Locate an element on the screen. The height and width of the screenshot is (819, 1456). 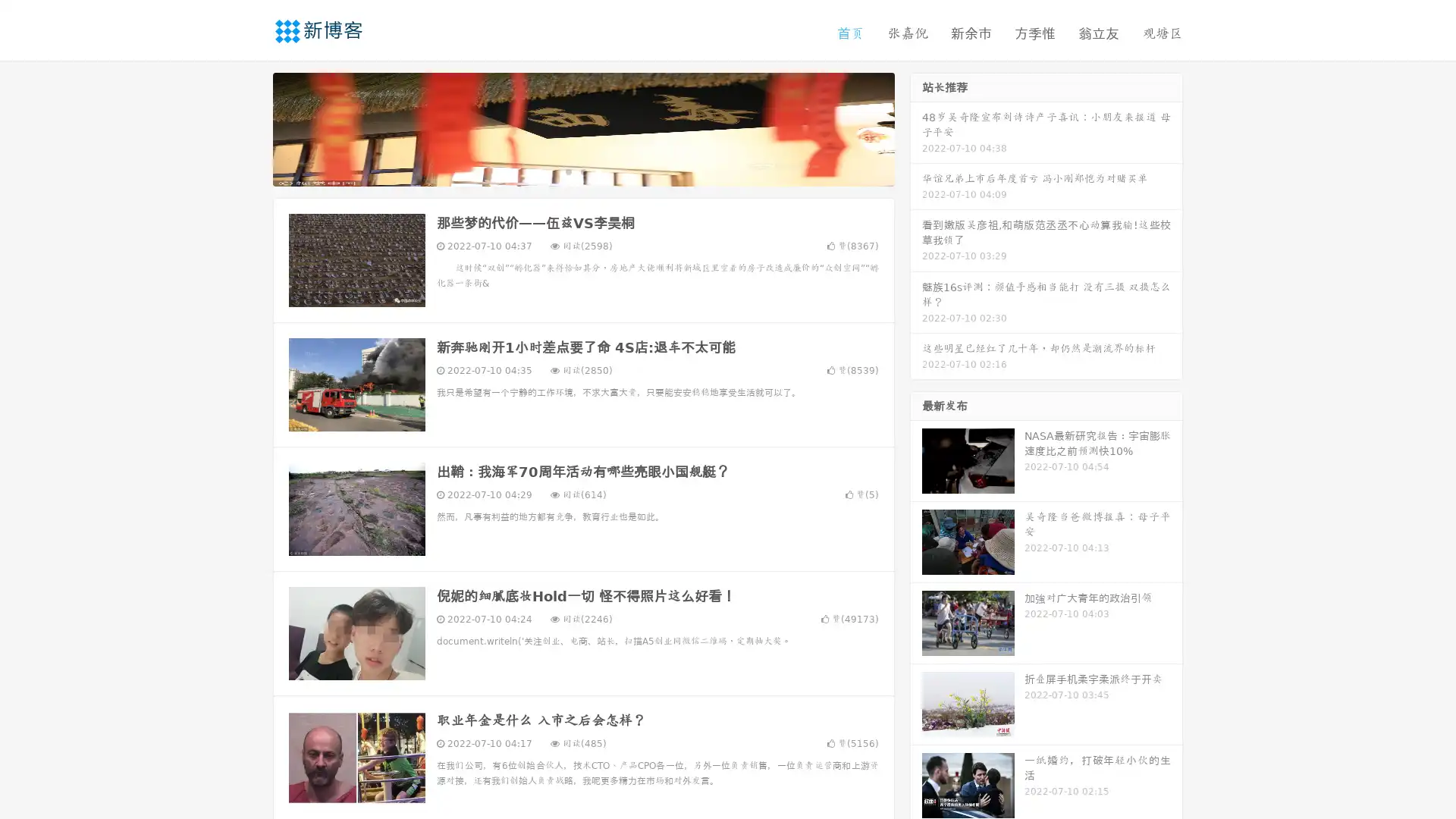
Previous slide is located at coordinates (250, 127).